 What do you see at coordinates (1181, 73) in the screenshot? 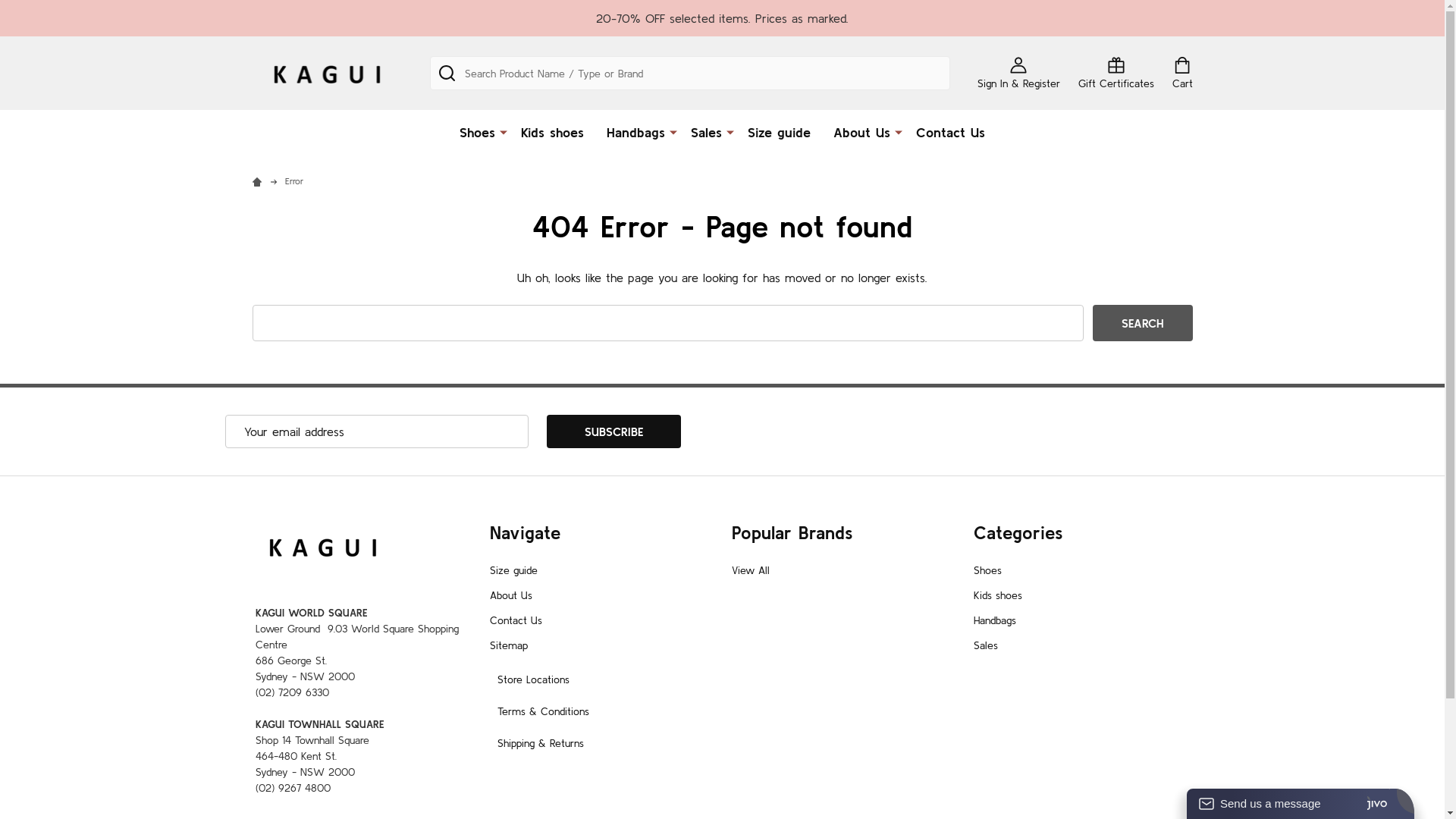
I see `'Cart'` at bounding box center [1181, 73].